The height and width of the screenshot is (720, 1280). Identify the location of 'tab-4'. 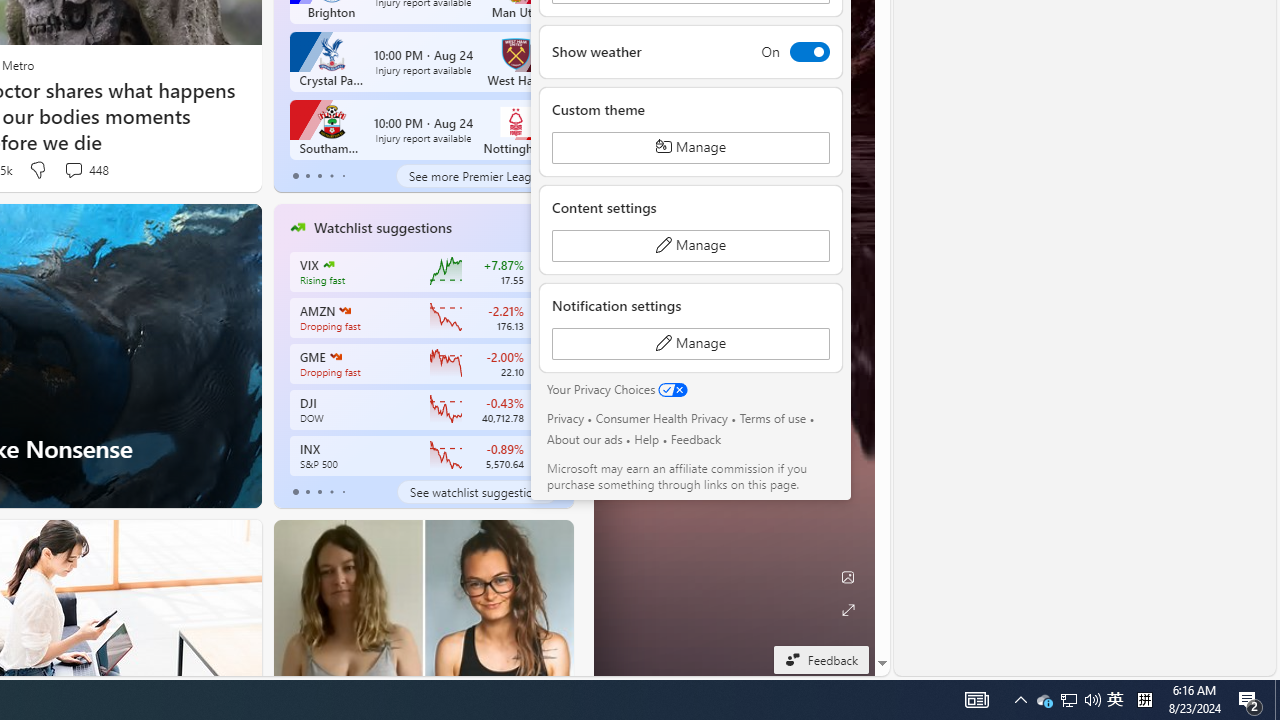
(343, 492).